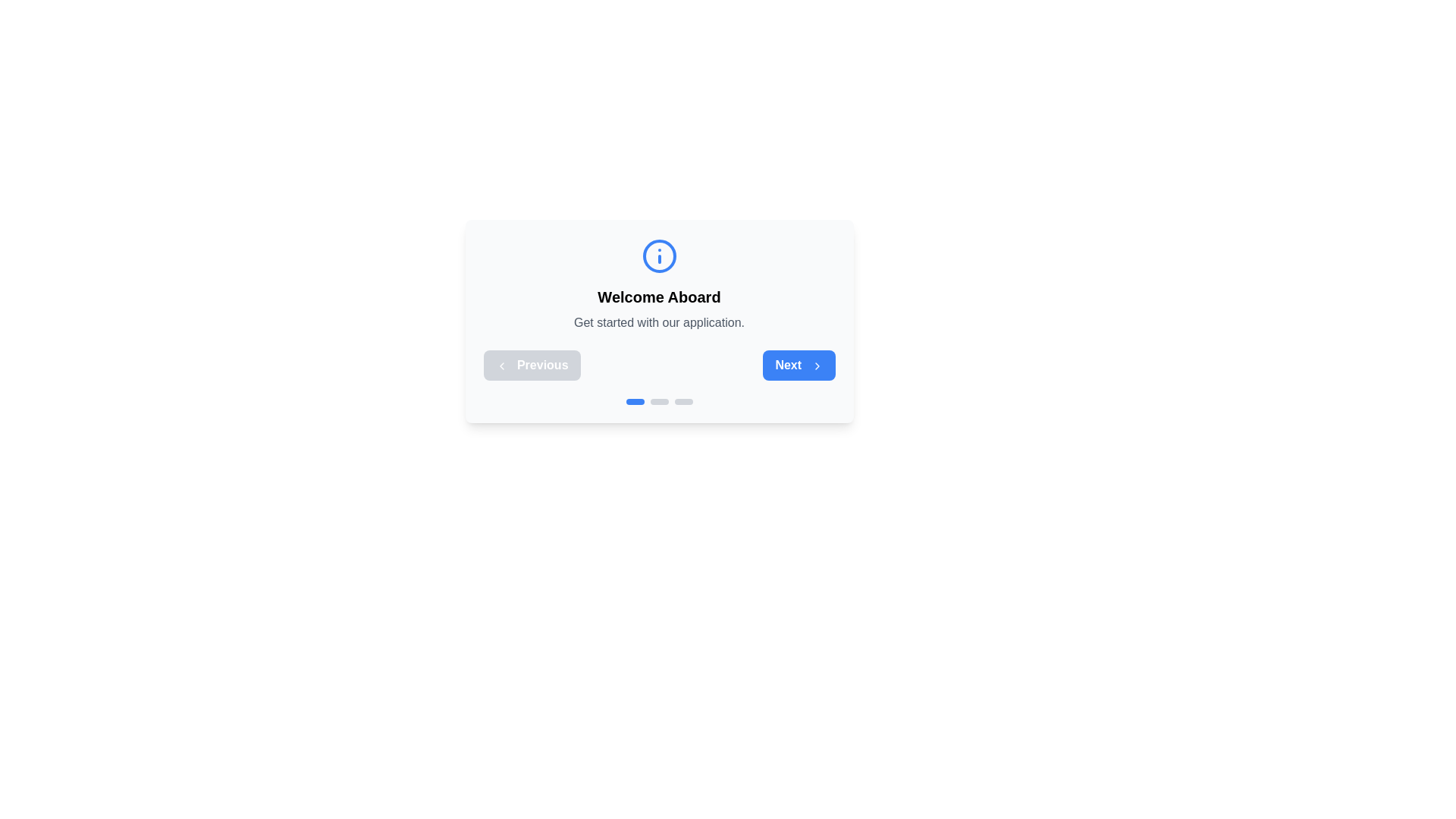 The width and height of the screenshot is (1456, 819). I want to click on the right-oriented chevron icon that is part of the 'Next' button, which is styled with a modern, thin stroke and rounded edges, rendered in white against a blue background, so click(816, 366).